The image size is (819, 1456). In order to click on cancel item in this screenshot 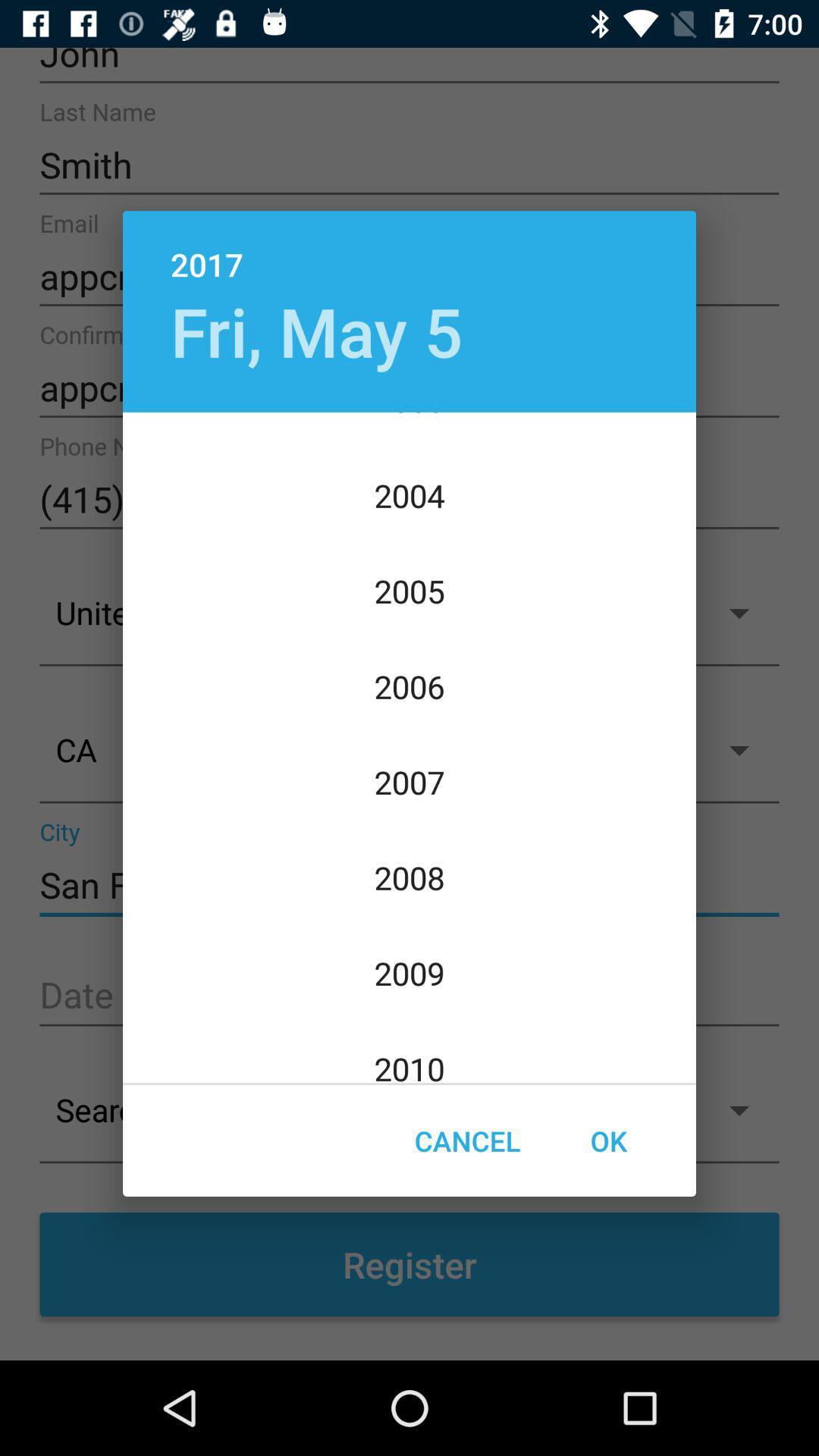, I will do `click(466, 1141)`.